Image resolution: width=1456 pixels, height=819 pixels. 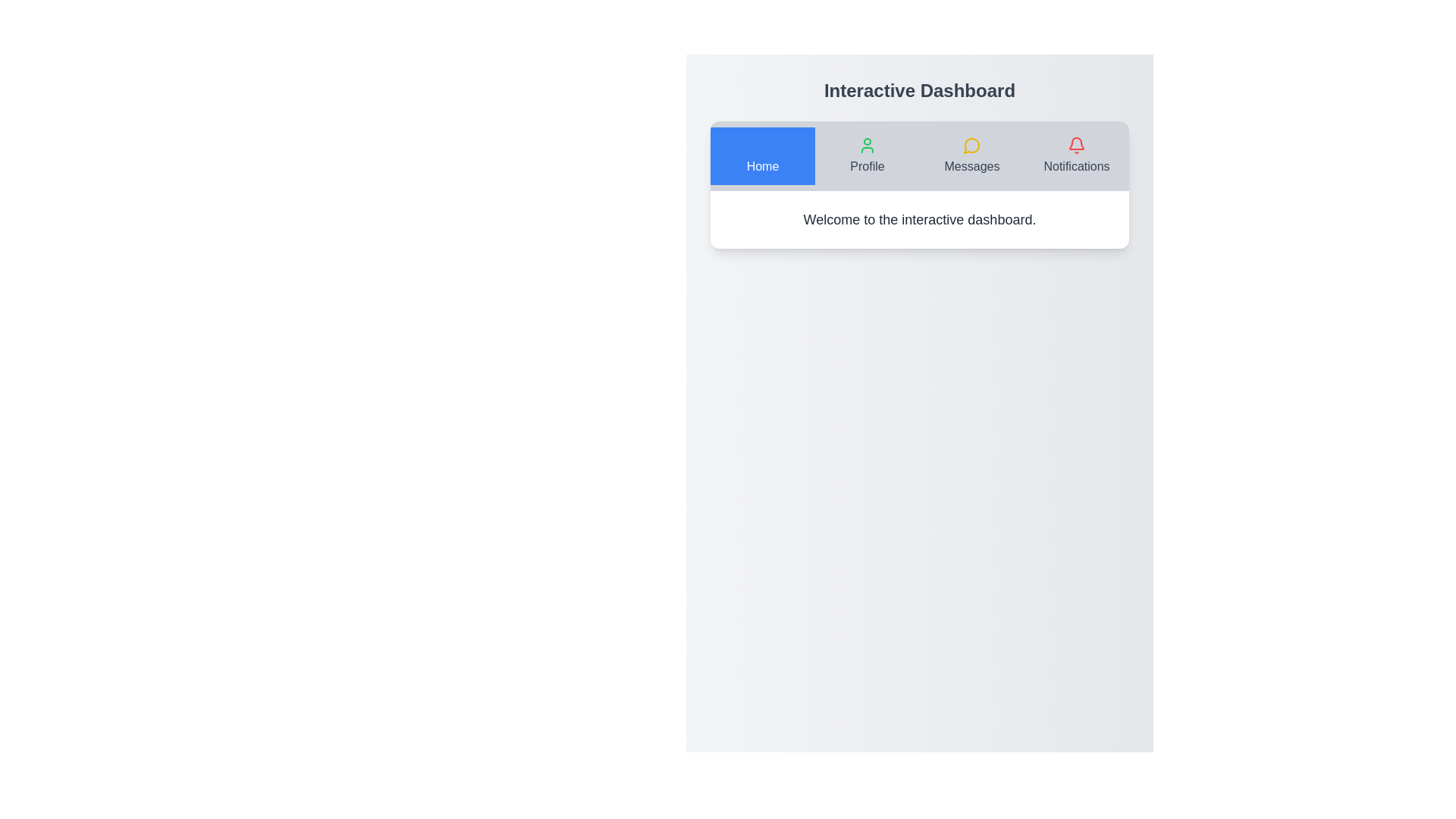 What do you see at coordinates (971, 155) in the screenshot?
I see `the 'Messages' tab, which features a yellow speech bubble icon and the text 'Messages' below it` at bounding box center [971, 155].